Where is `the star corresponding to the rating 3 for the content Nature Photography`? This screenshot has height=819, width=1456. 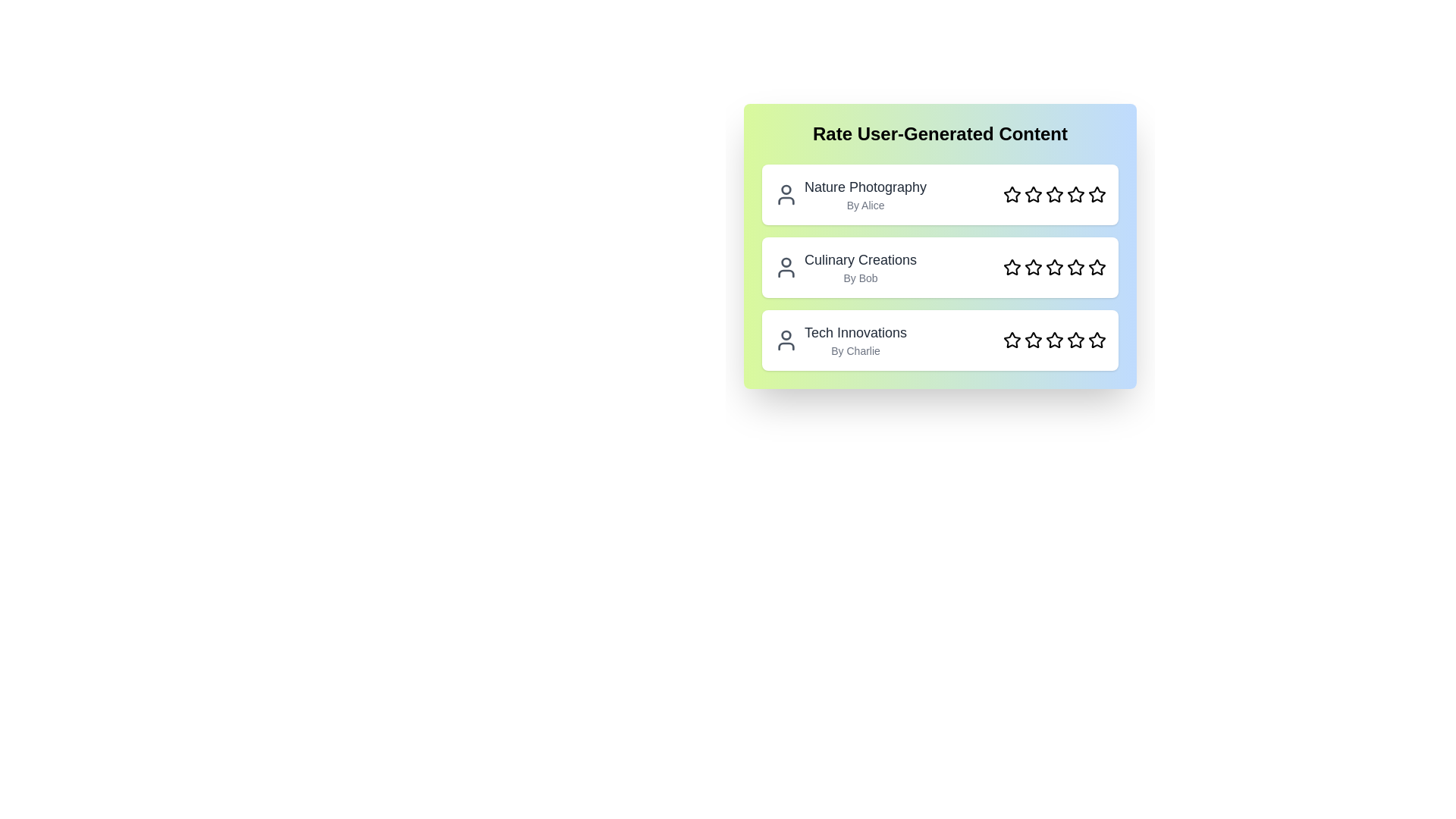 the star corresponding to the rating 3 for the content Nature Photography is located at coordinates (1054, 194).